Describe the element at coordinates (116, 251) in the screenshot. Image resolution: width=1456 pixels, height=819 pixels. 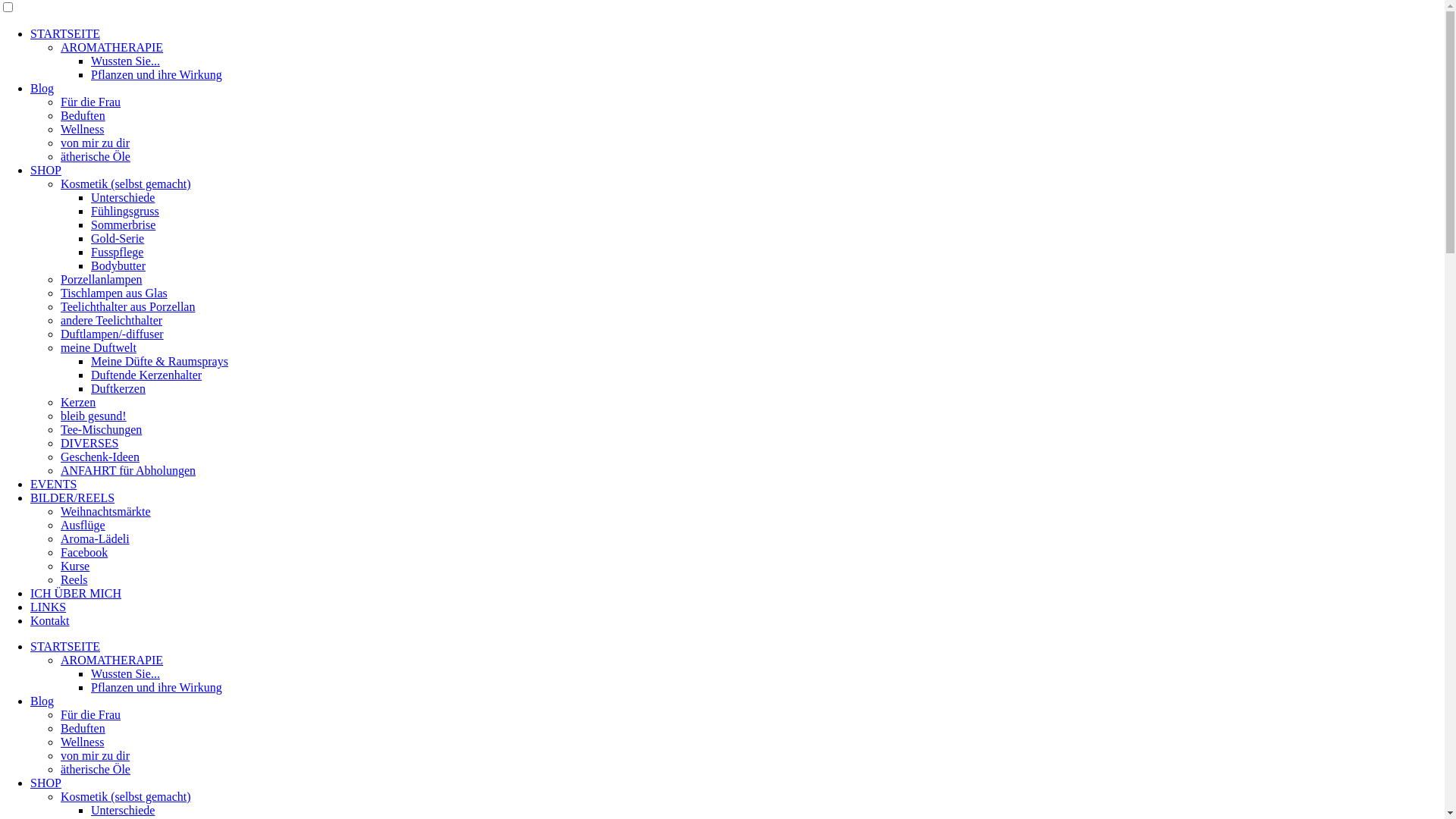
I see `'Fusspflege'` at that location.